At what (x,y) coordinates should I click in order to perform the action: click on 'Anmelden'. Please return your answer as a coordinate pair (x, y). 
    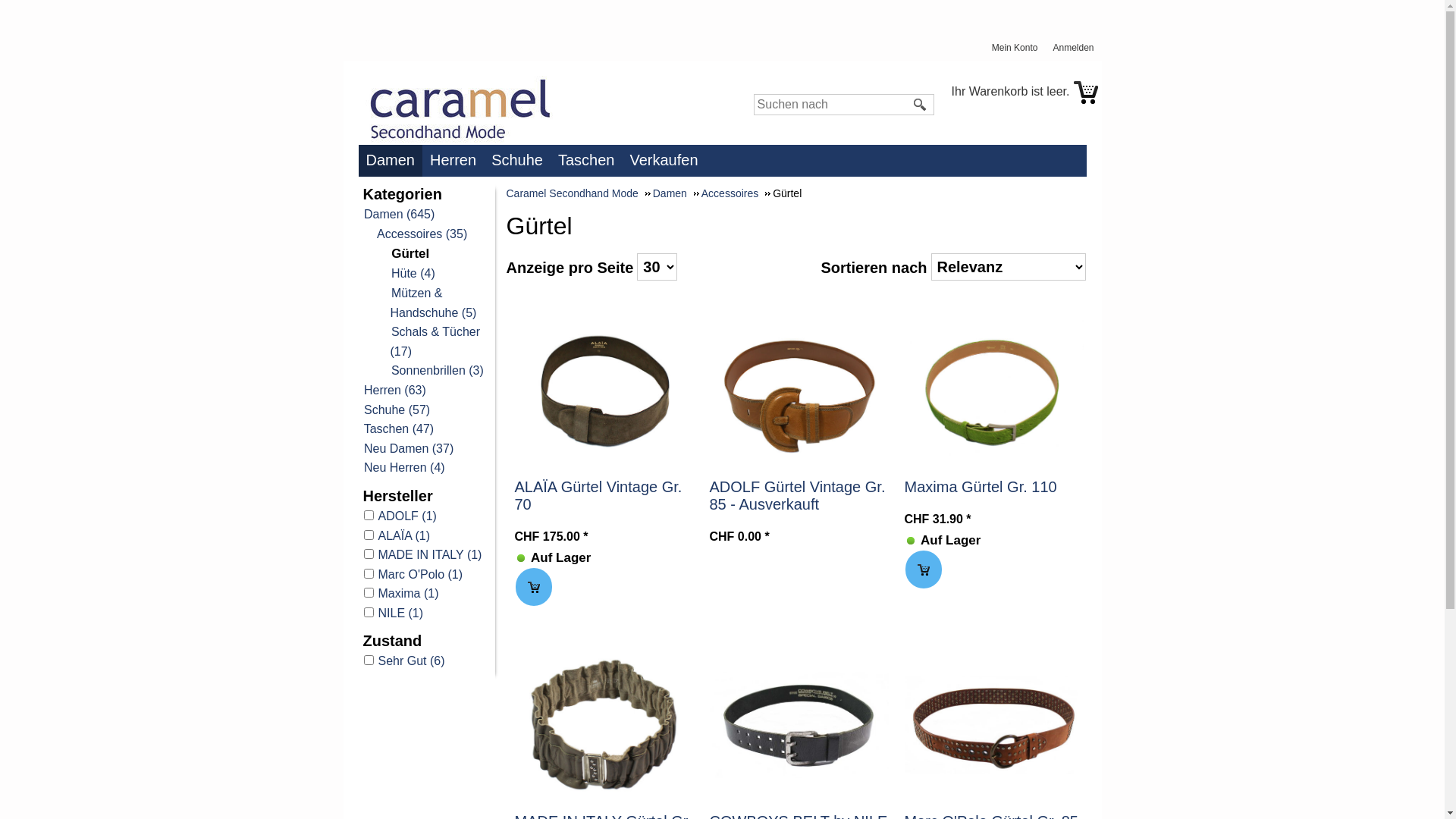
    Looking at the image, I should click on (1076, 47).